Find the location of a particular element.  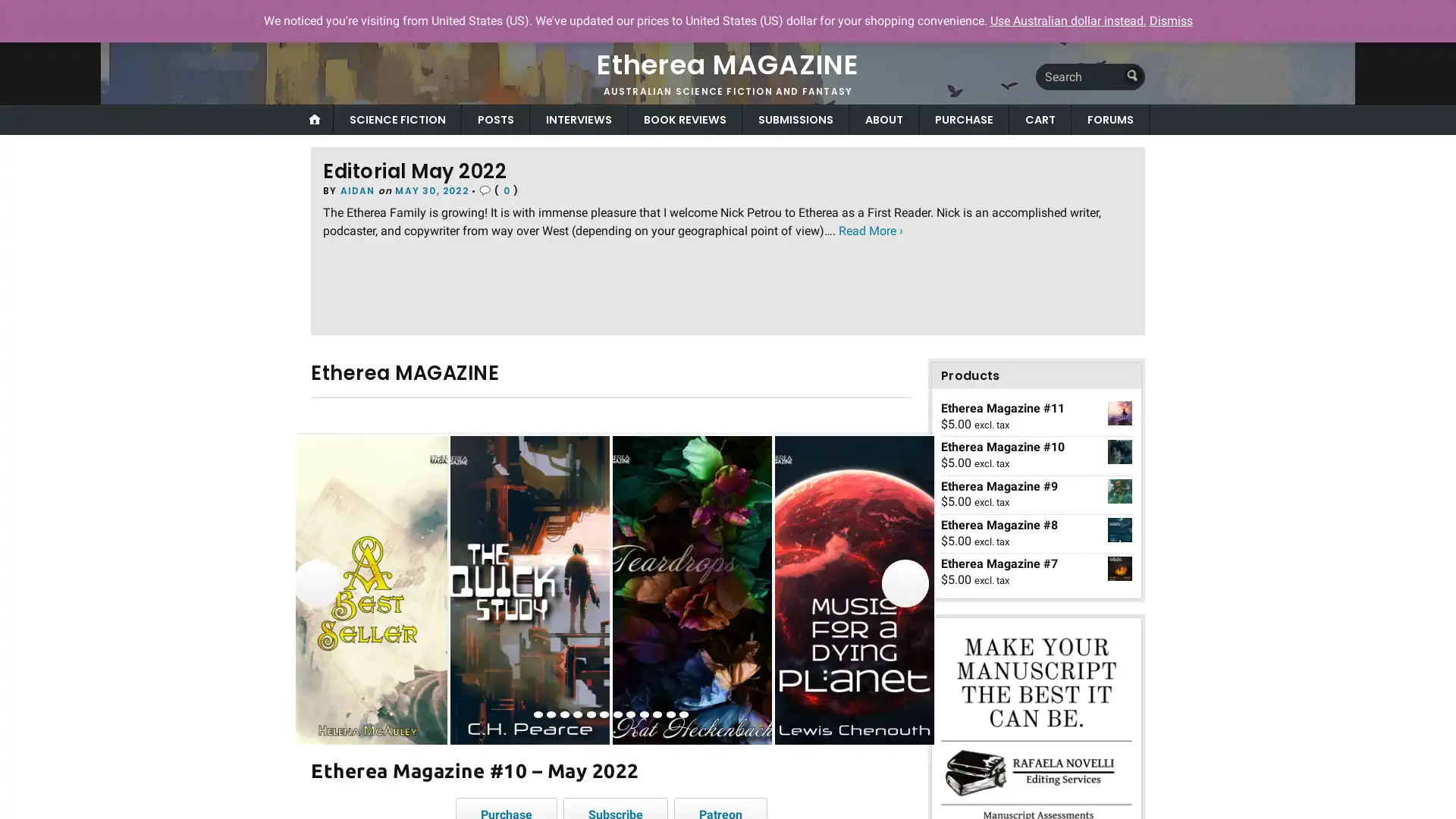

view image 8 of 12 in carousel is located at coordinates (630, 714).